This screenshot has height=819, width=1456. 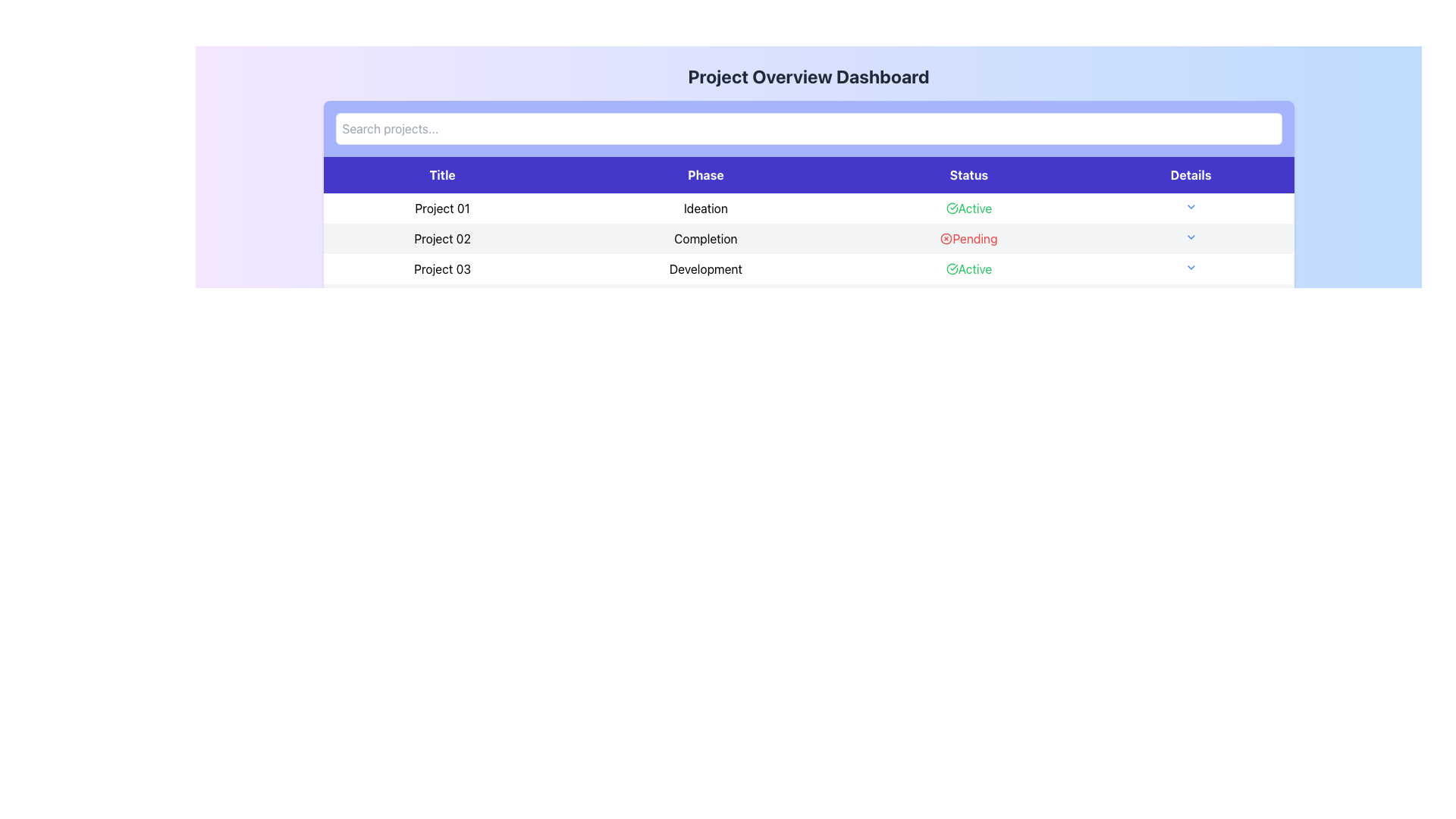 What do you see at coordinates (1190, 237) in the screenshot?
I see `the icon-based button that expands or collapses the dropdown menu for the row labeled 'Project 02' in the 'Details' column` at bounding box center [1190, 237].